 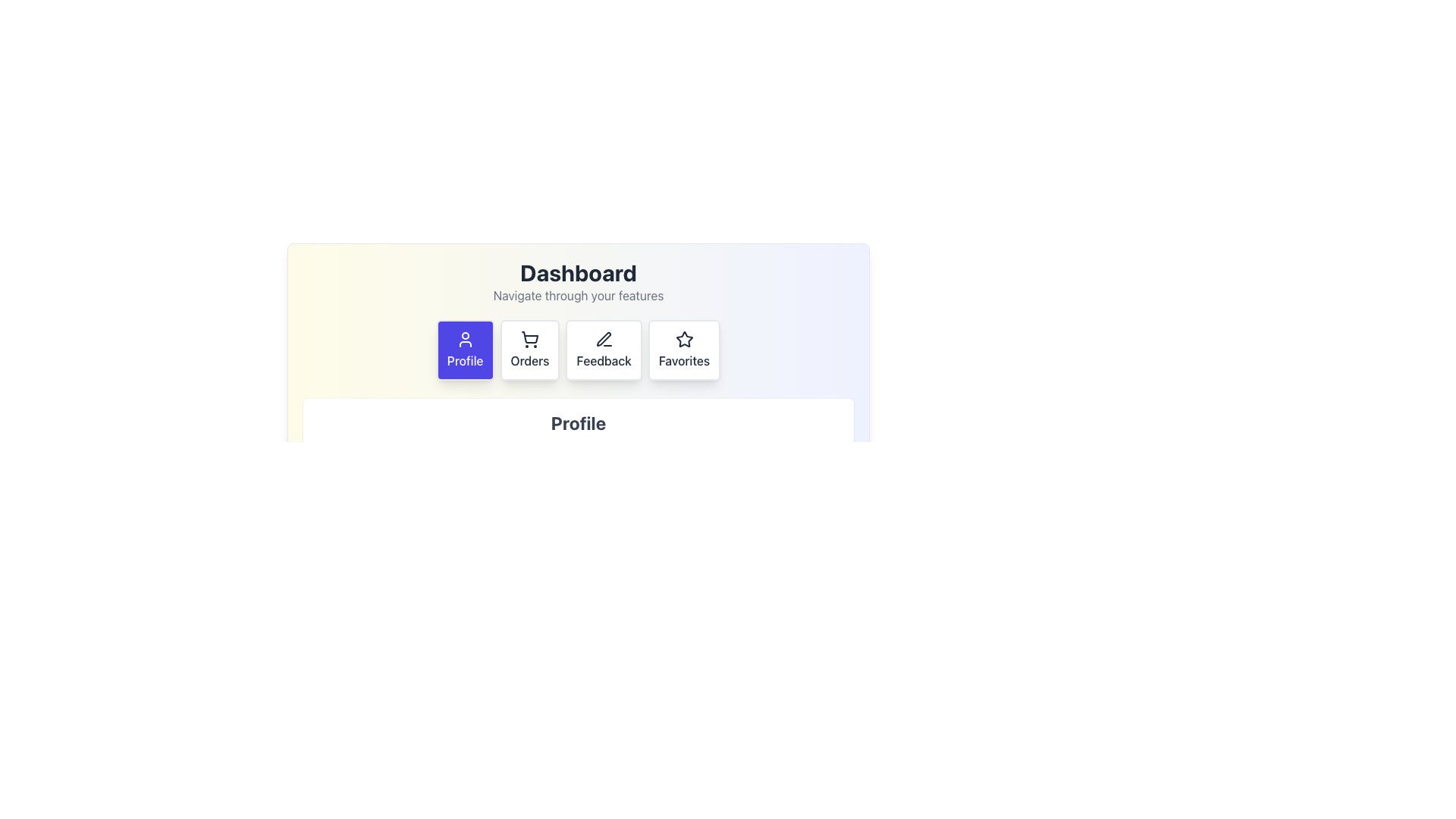 What do you see at coordinates (464, 360) in the screenshot?
I see `the text label containing the word 'Profile' which is styled with a sans-serif font, white text color, and is located within a blue rectangular background with rounded corners, positioned at the bottom center of the button labeled 'Profile'` at bounding box center [464, 360].